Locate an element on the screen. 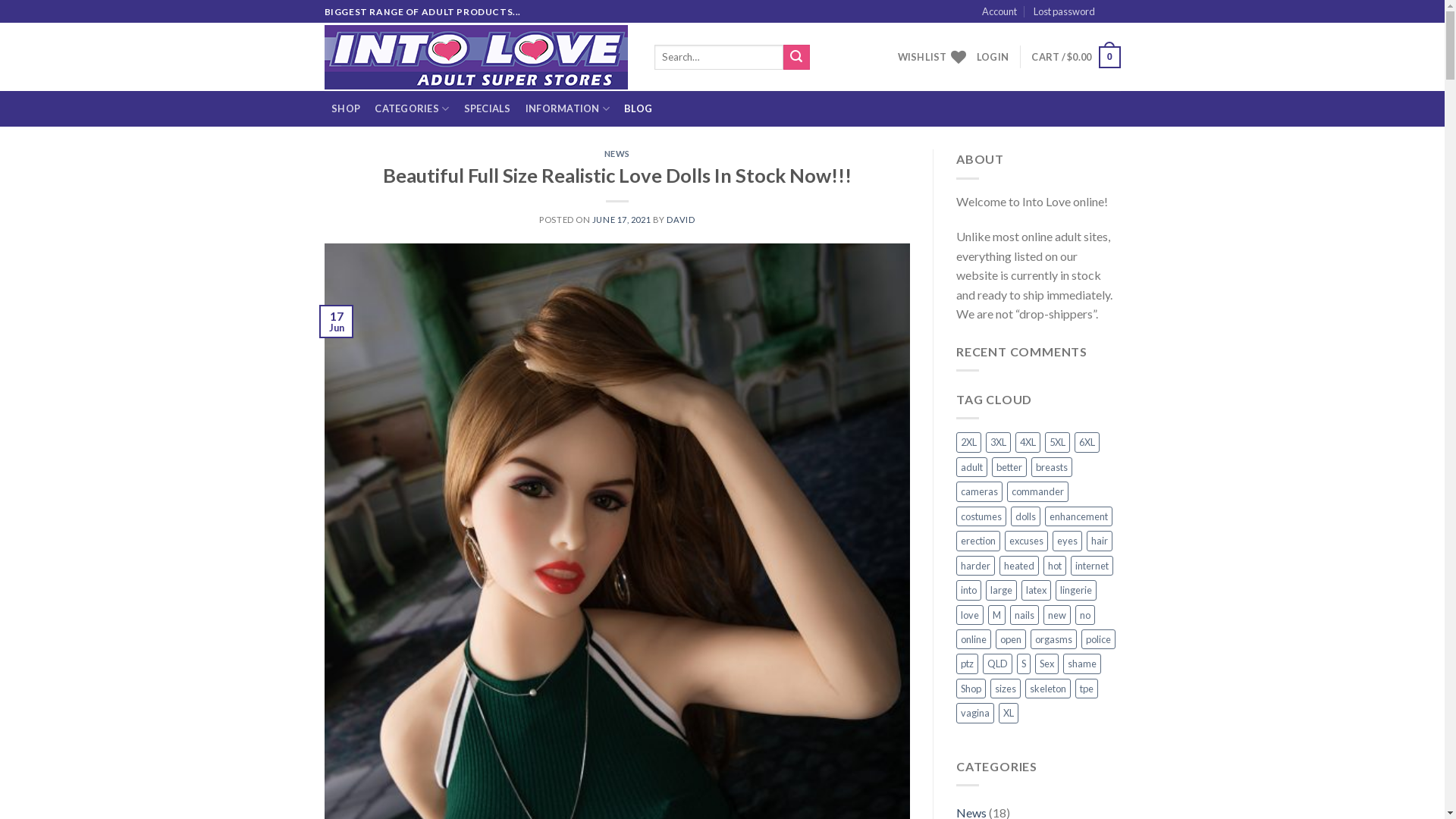  'NEWS' is located at coordinates (617, 153).